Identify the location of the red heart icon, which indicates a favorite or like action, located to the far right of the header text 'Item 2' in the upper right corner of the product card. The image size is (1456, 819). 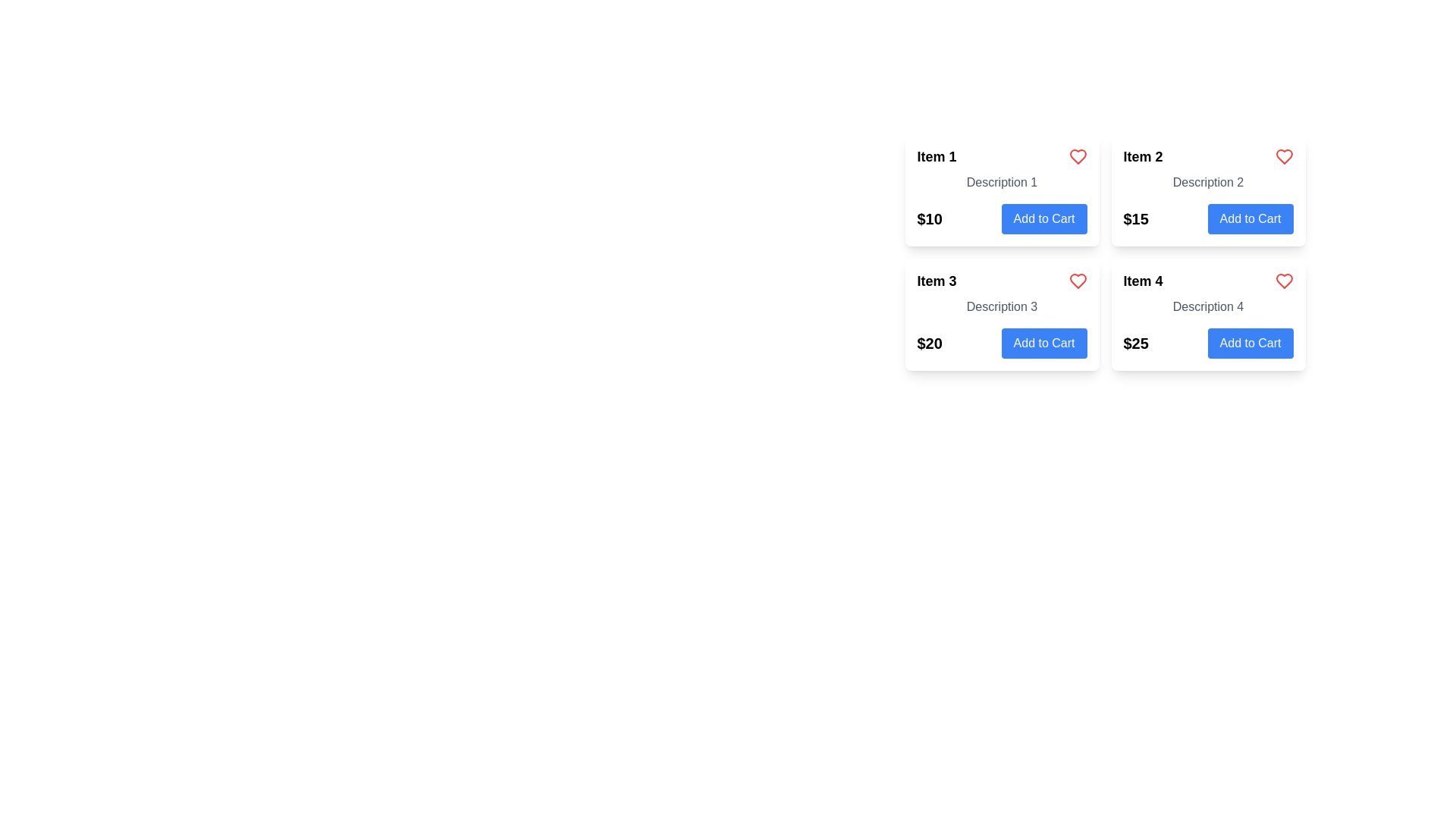
(1283, 157).